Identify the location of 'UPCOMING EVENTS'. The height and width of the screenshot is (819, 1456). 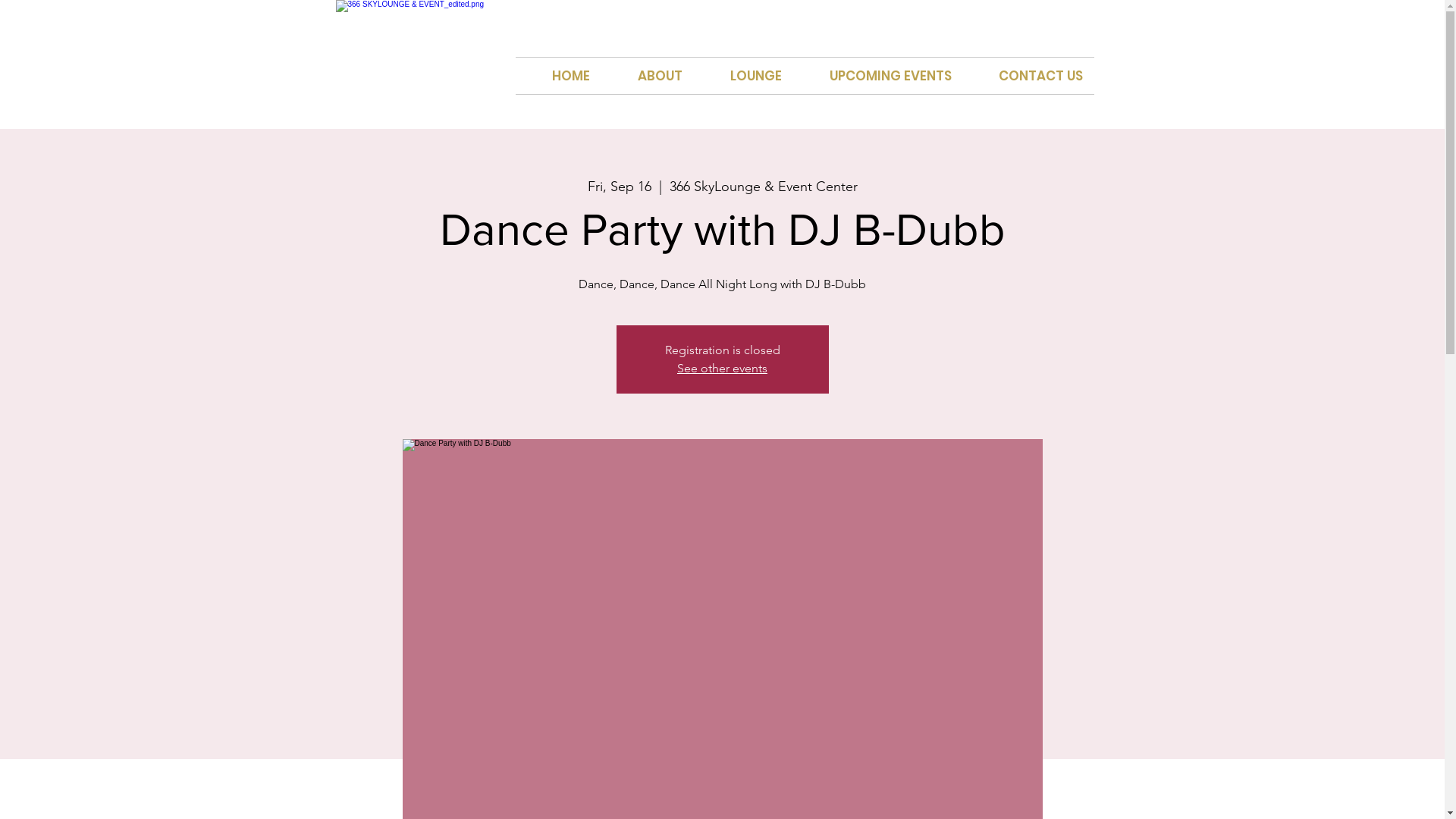
(792, 76).